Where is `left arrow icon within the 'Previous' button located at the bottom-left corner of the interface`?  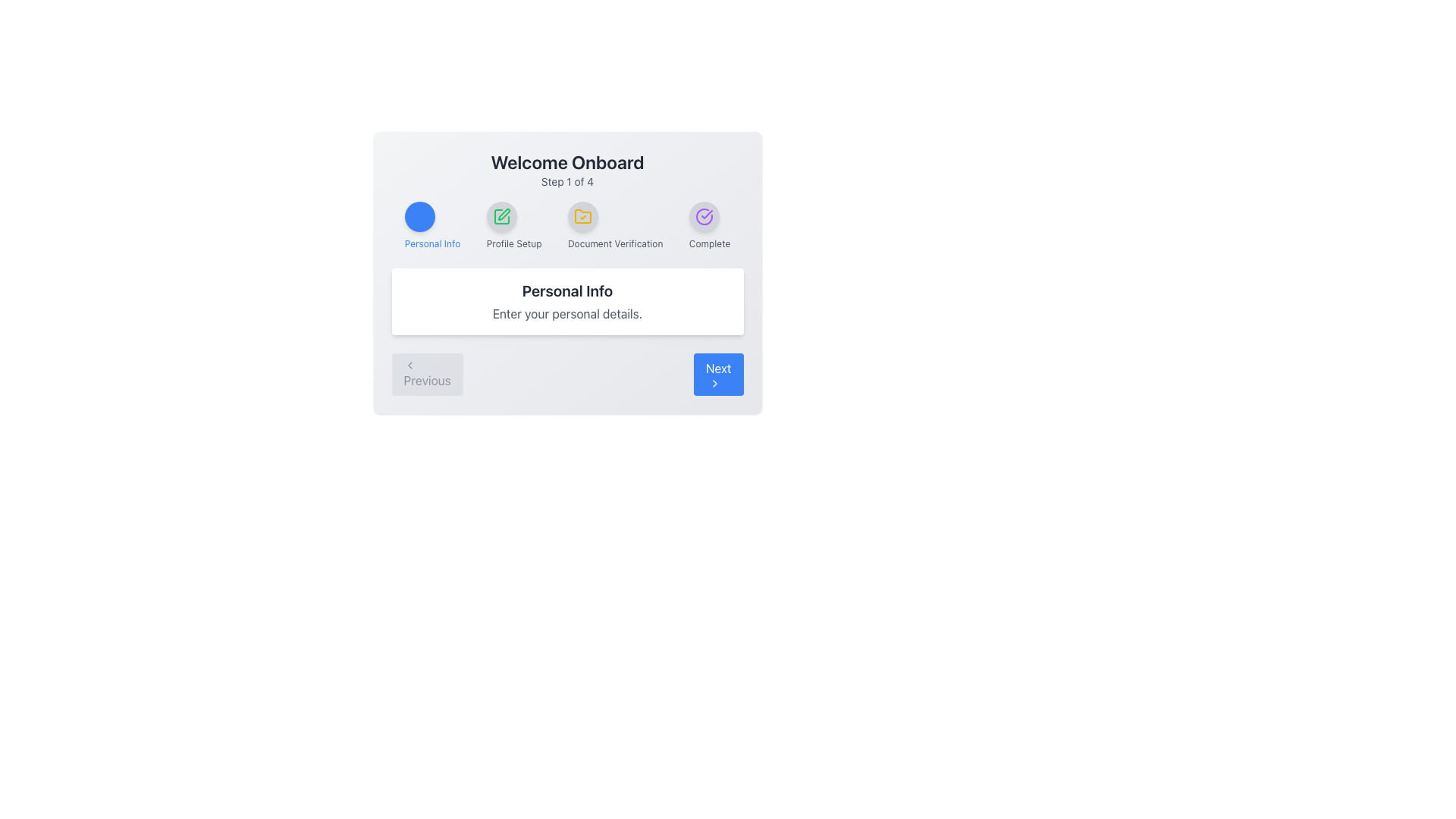
left arrow icon within the 'Previous' button located at the bottom-left corner of the interface is located at coordinates (409, 366).